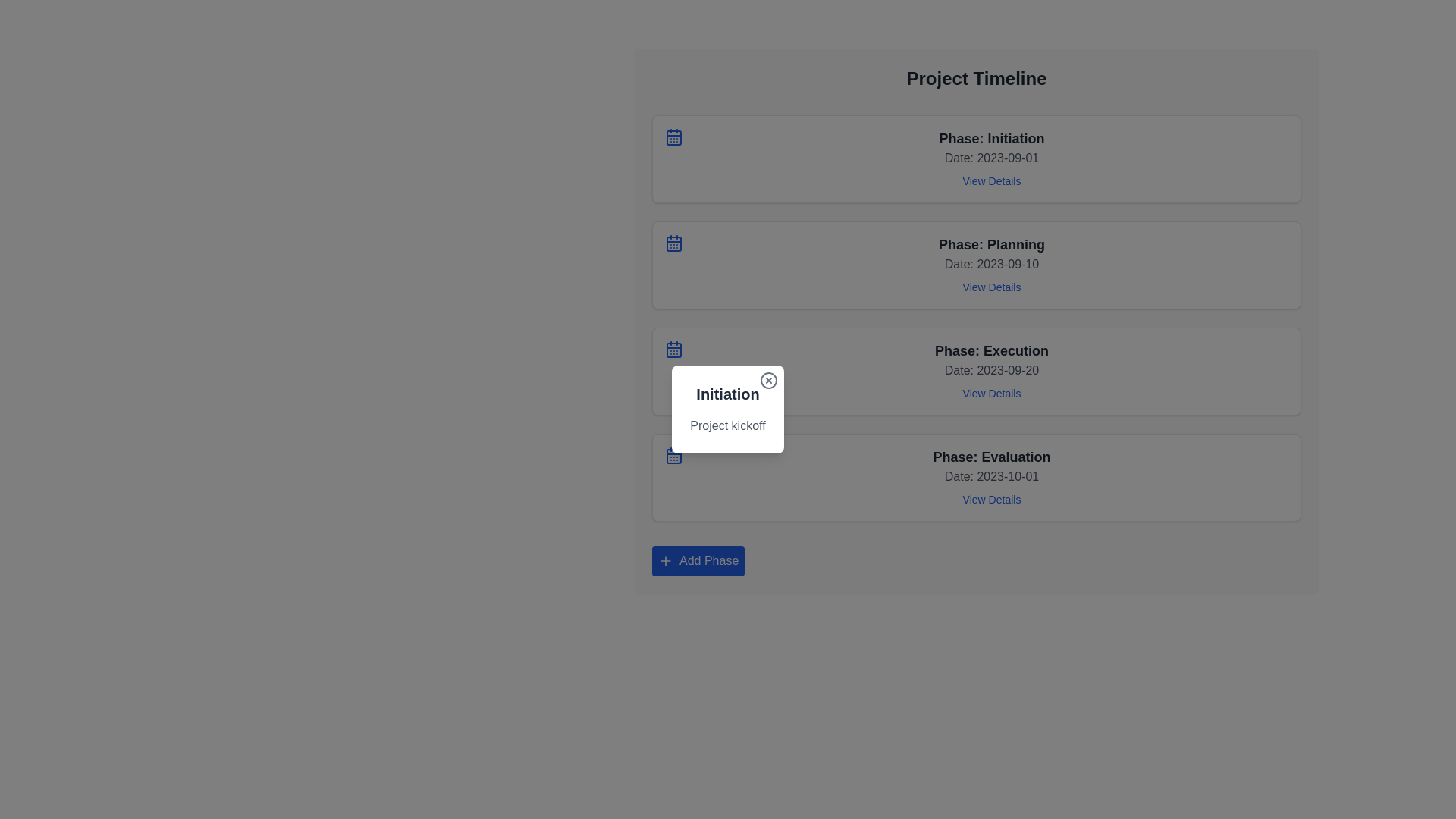 The image size is (1456, 819). What do you see at coordinates (673, 137) in the screenshot?
I see `the blue outline calendar icon located at the top-left corner of the 'Phase: Initiation' card` at bounding box center [673, 137].